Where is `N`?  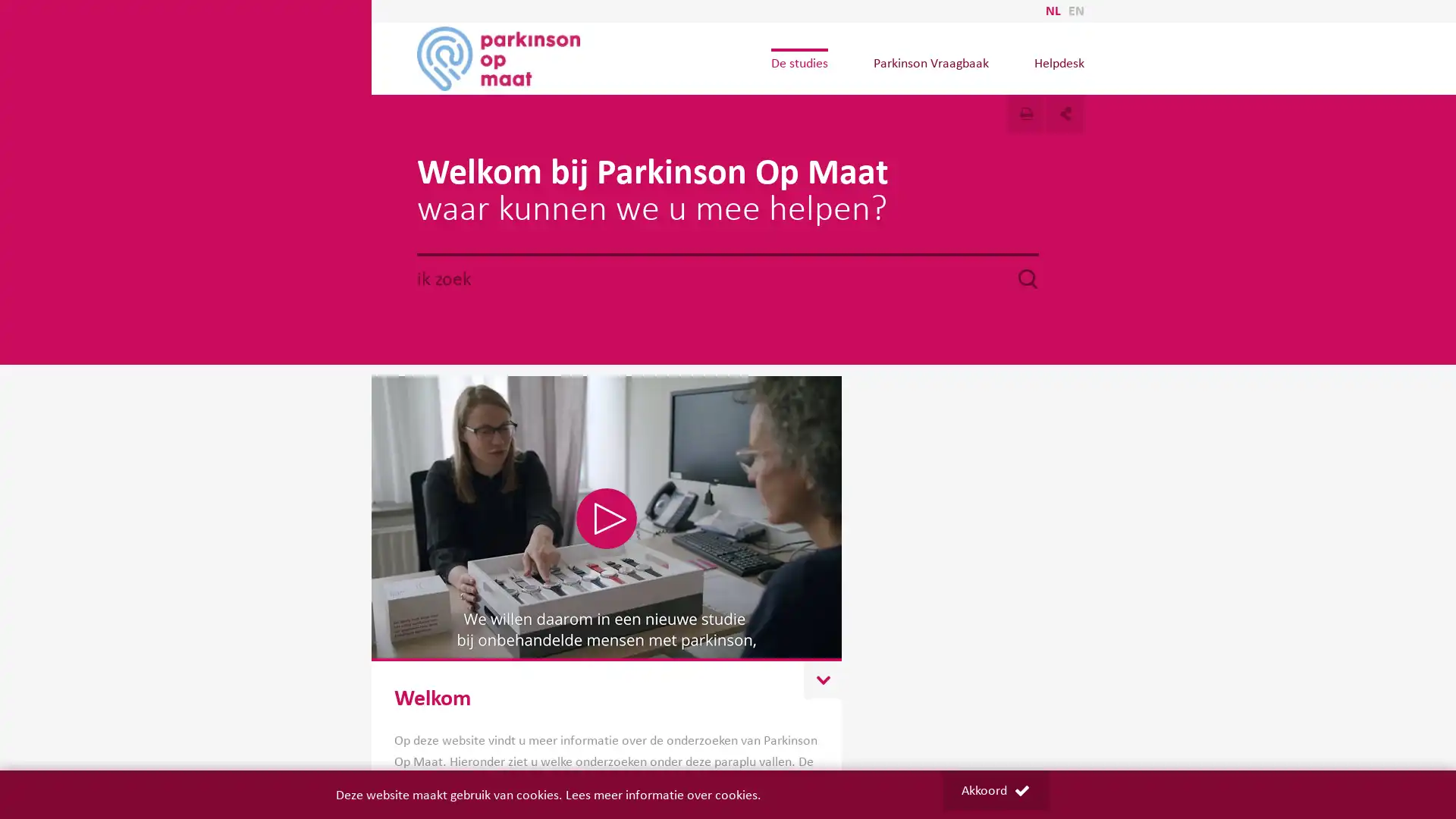
N is located at coordinates (607, 517).